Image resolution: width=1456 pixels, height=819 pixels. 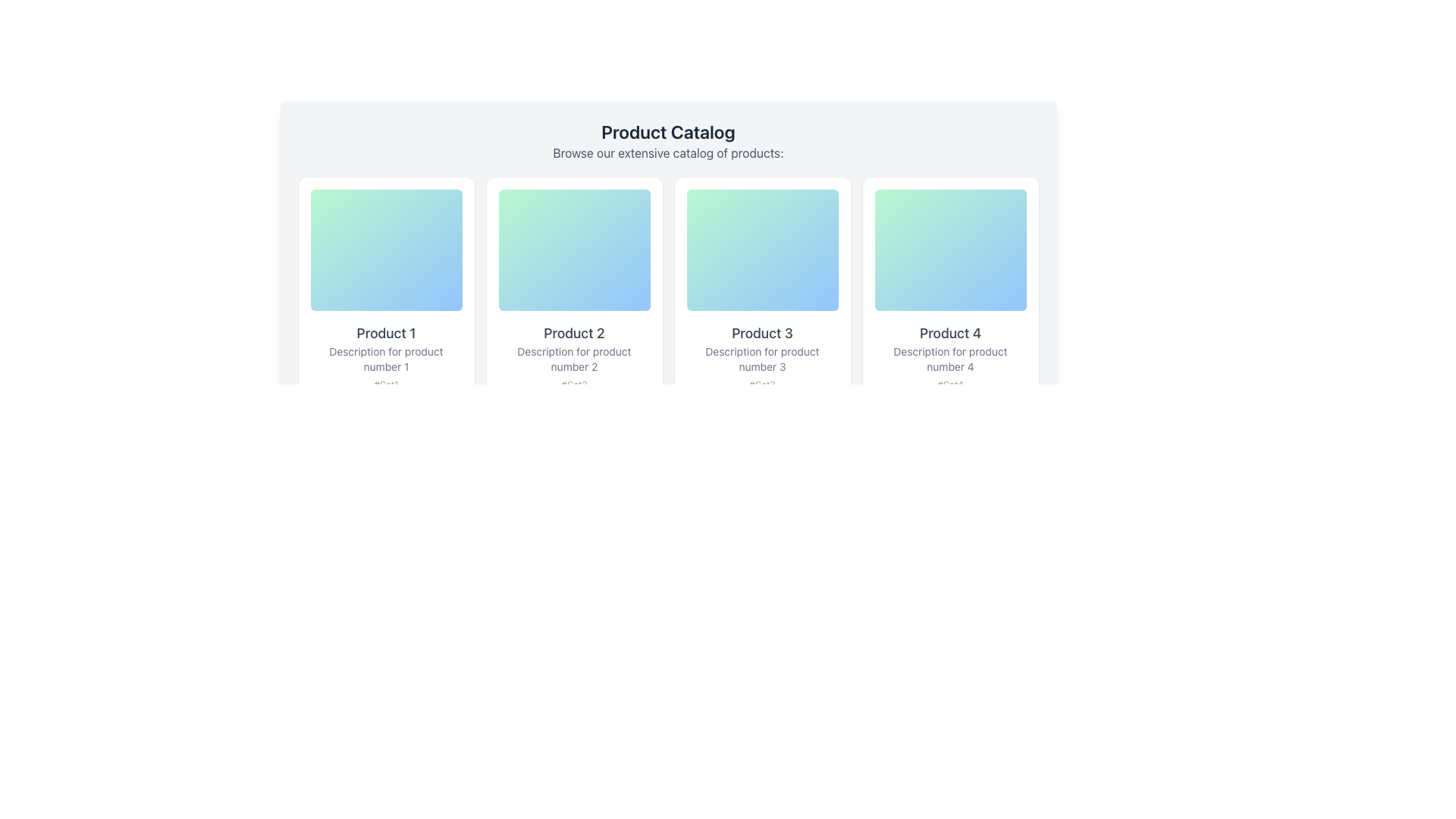 What do you see at coordinates (386, 332) in the screenshot?
I see `the text label displaying 'Product 1' in a bold font style and medium-gray color, located within the card titled 'Product 1'` at bounding box center [386, 332].